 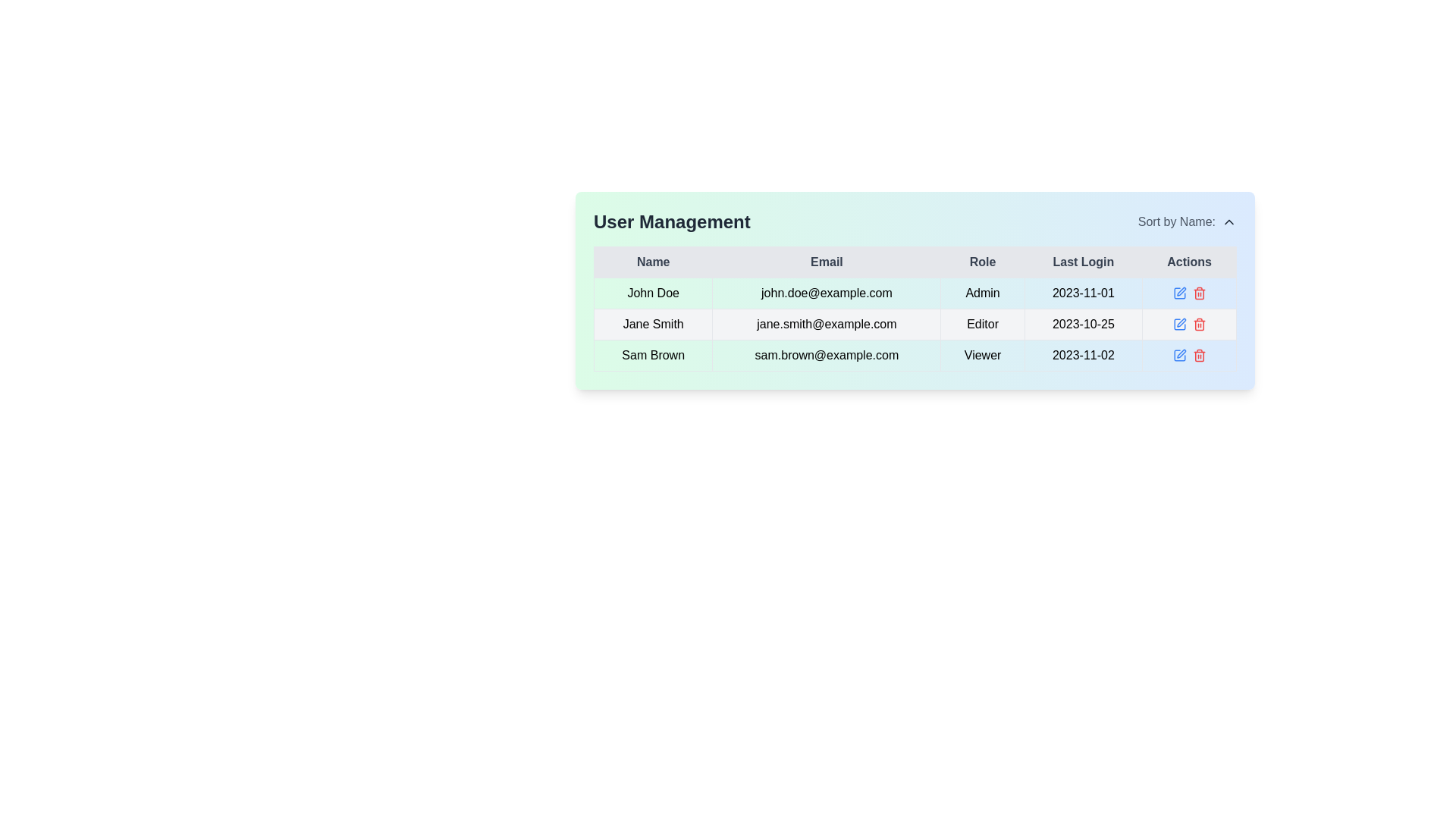 What do you see at coordinates (1082, 324) in the screenshot?
I see `text content displayed in the text label showing the last login date for user 'Jane Smith' located in the fourth column of the second row in the 'User Management' section` at bounding box center [1082, 324].